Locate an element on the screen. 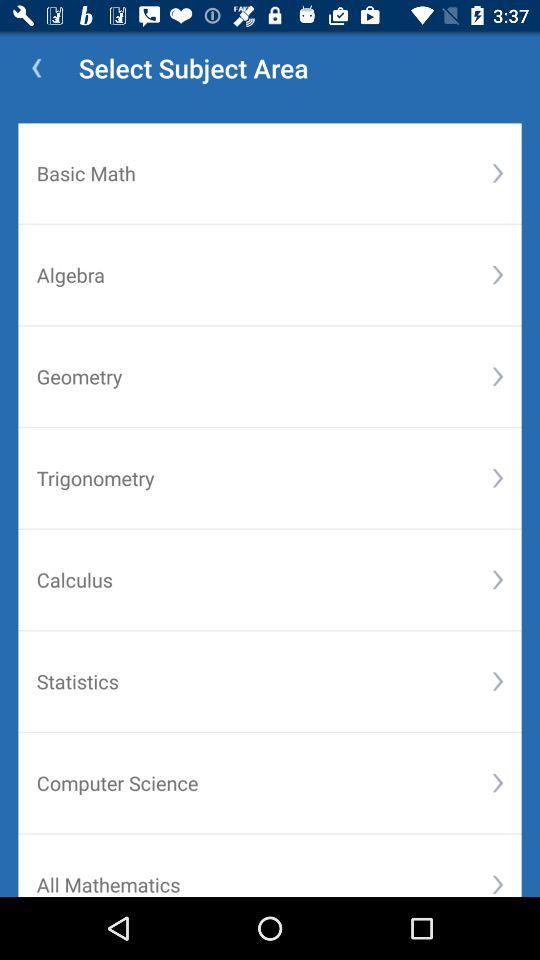 The image size is (540, 960). the icon below algebra icon is located at coordinates (496, 375).